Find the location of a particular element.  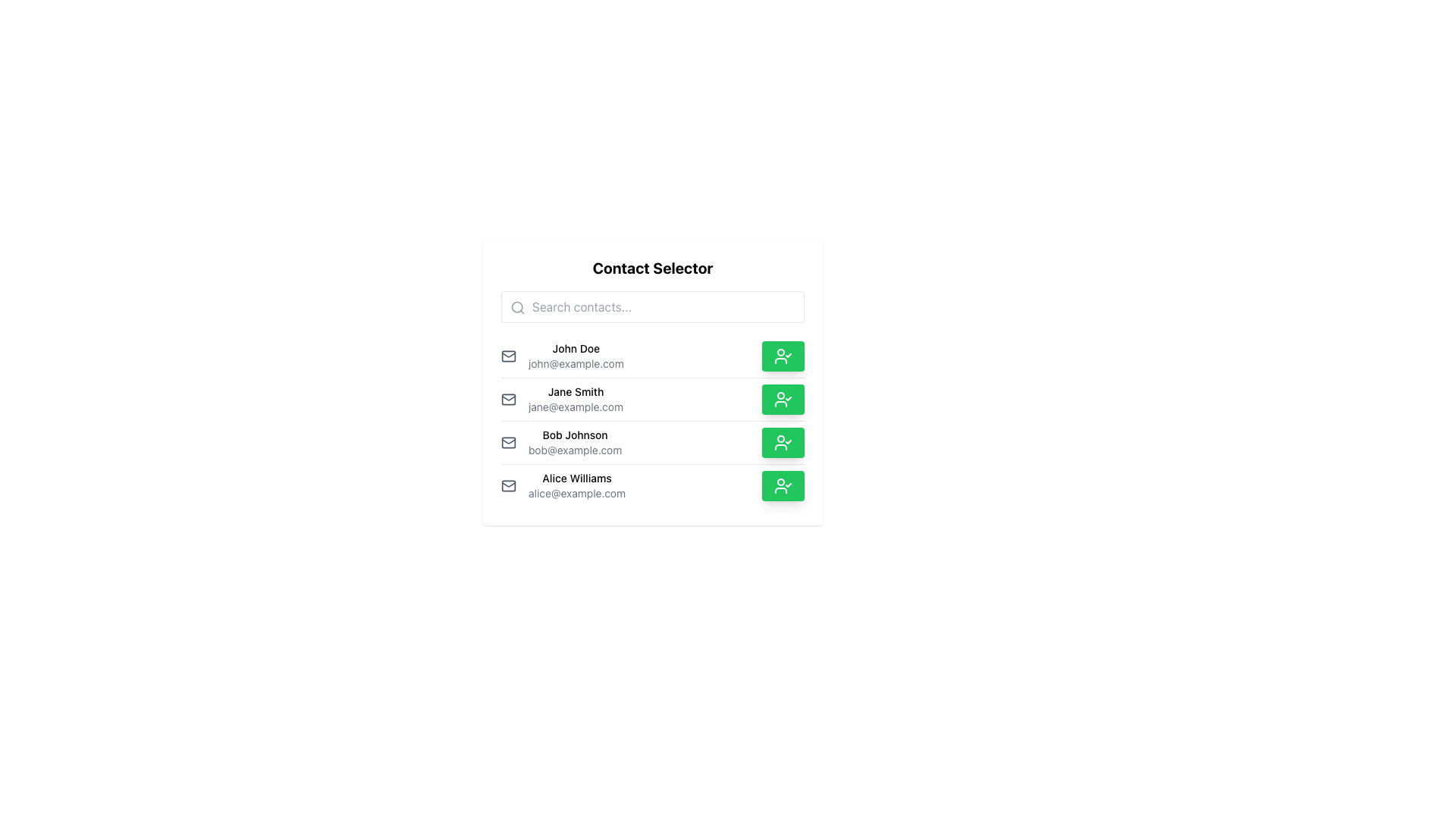

the visual representation of the email contact method icon for user 'John Doe', located to the left of their name and email in the contact list is located at coordinates (509, 356).